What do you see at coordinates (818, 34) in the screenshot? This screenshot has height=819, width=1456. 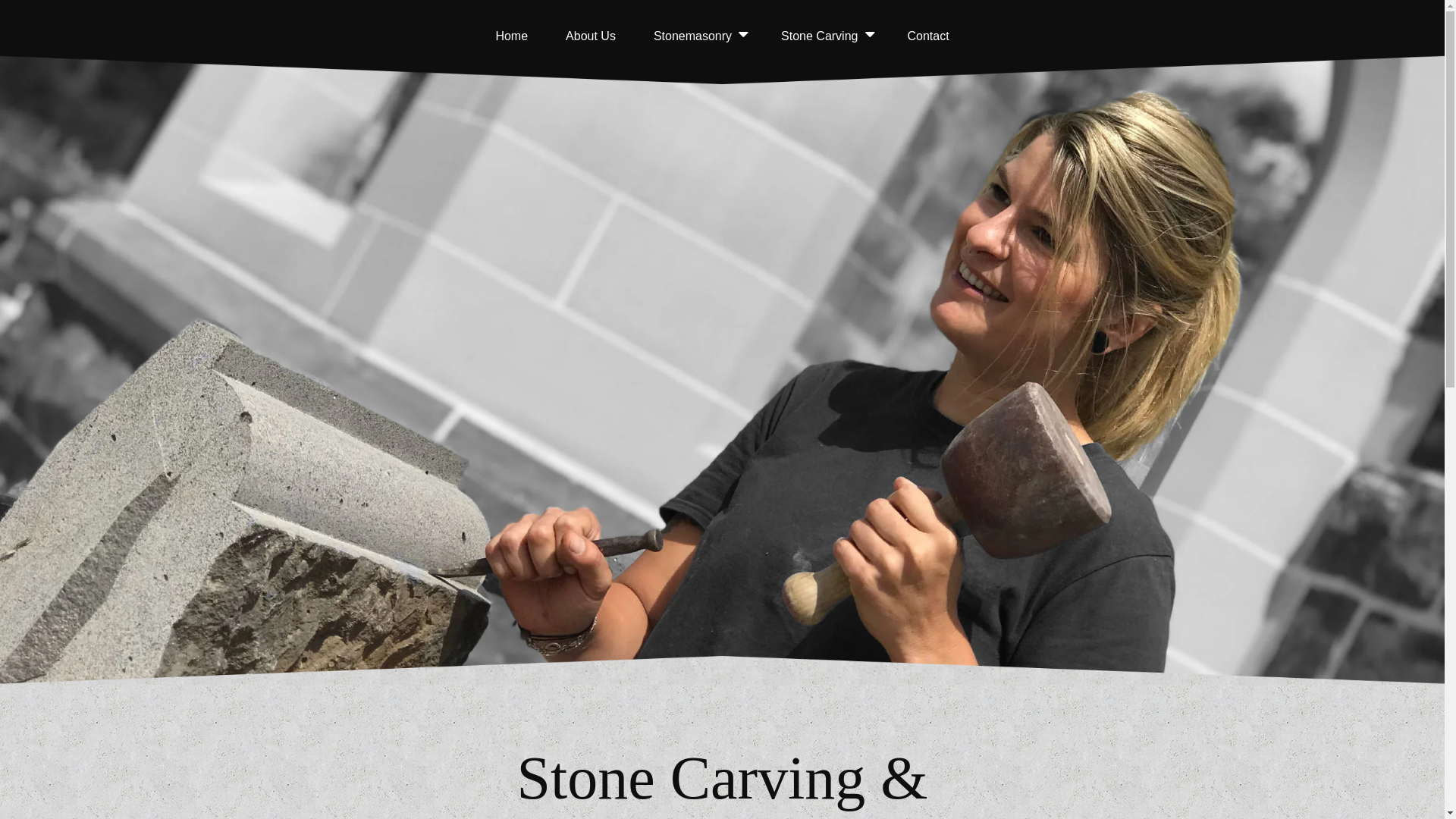 I see `'Stone Carving'` at bounding box center [818, 34].